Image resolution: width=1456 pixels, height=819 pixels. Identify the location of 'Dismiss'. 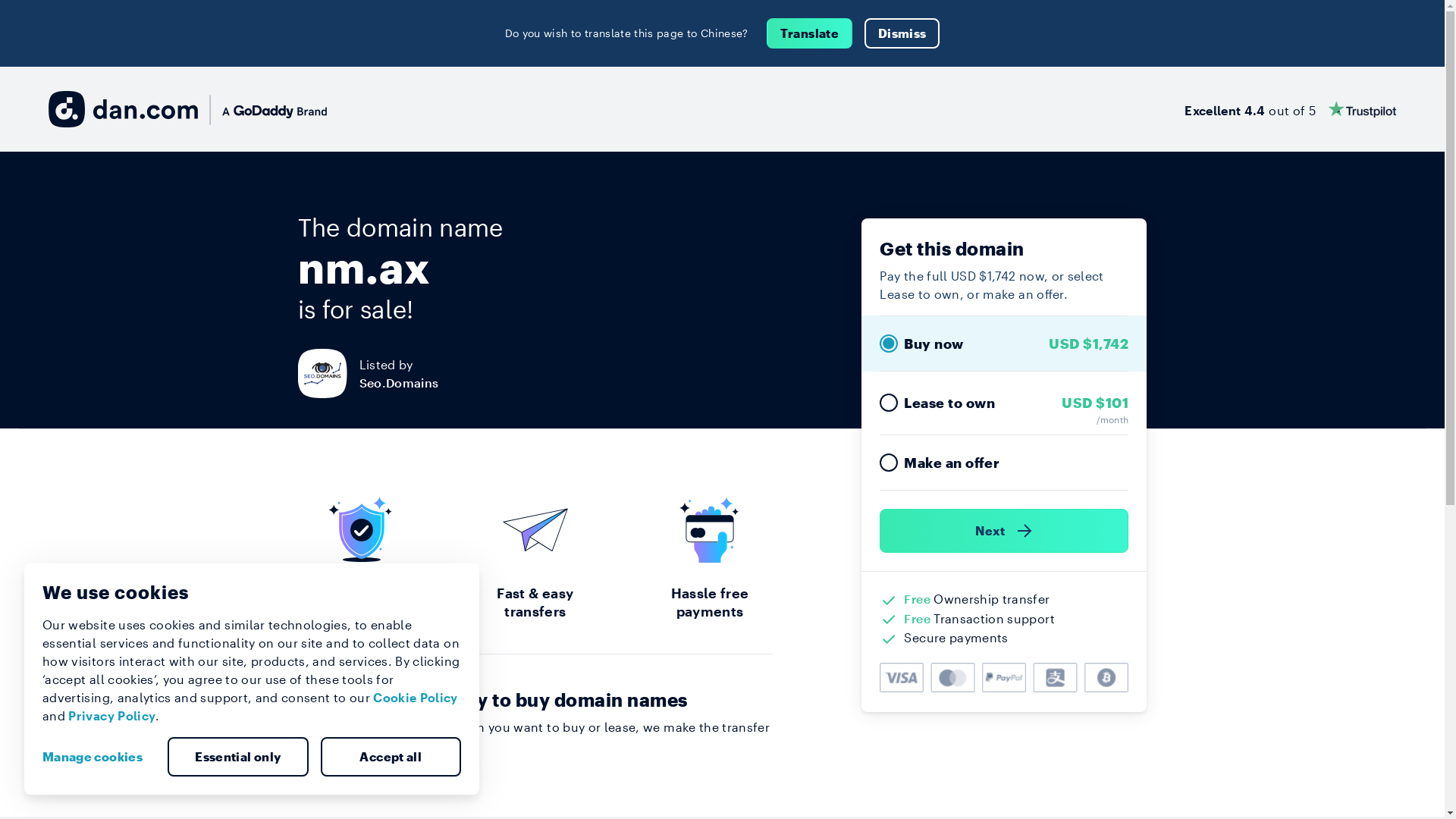
(902, 33).